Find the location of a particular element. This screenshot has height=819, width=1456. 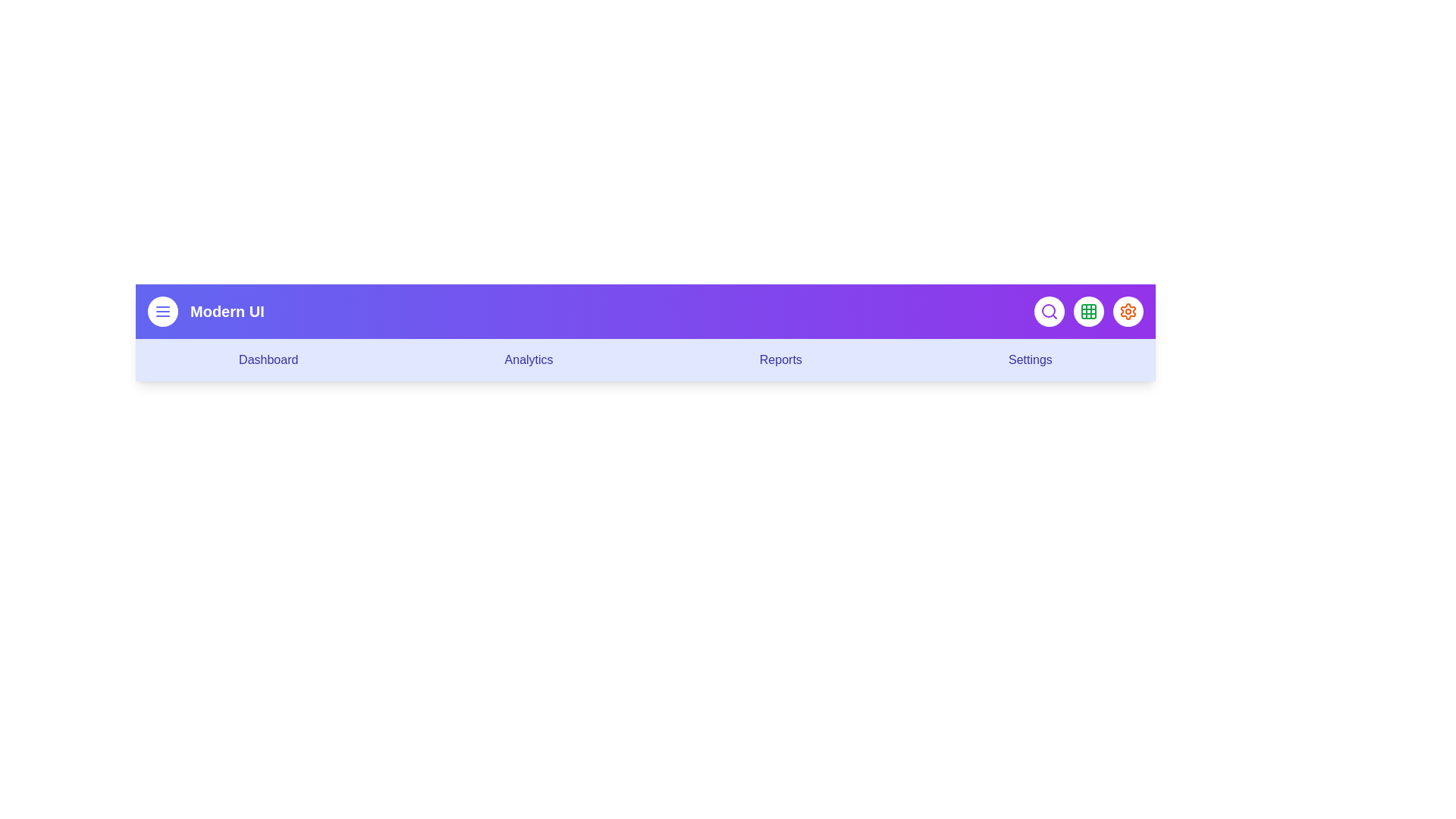

the menu item corresponding to Settings is located at coordinates (1030, 359).